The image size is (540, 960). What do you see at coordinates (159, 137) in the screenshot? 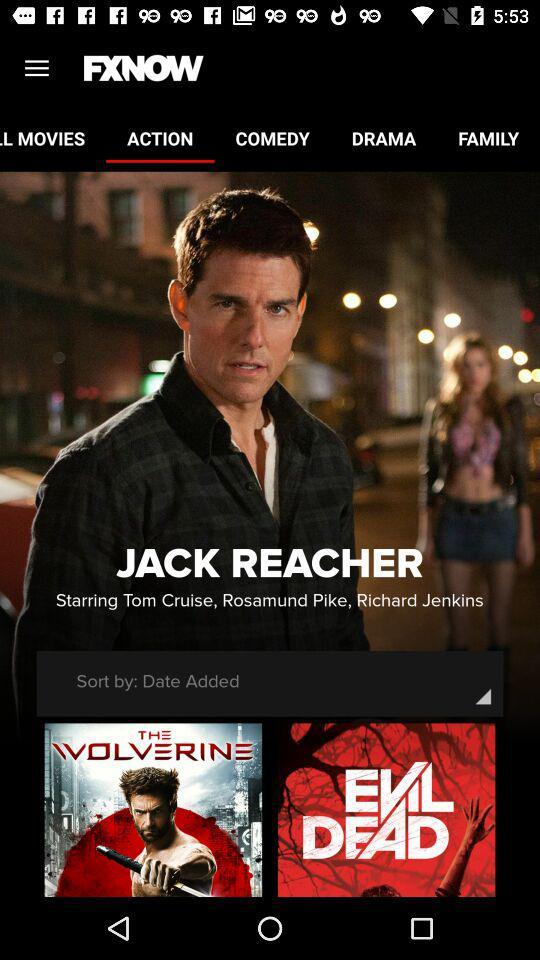
I see `the action item` at bounding box center [159, 137].